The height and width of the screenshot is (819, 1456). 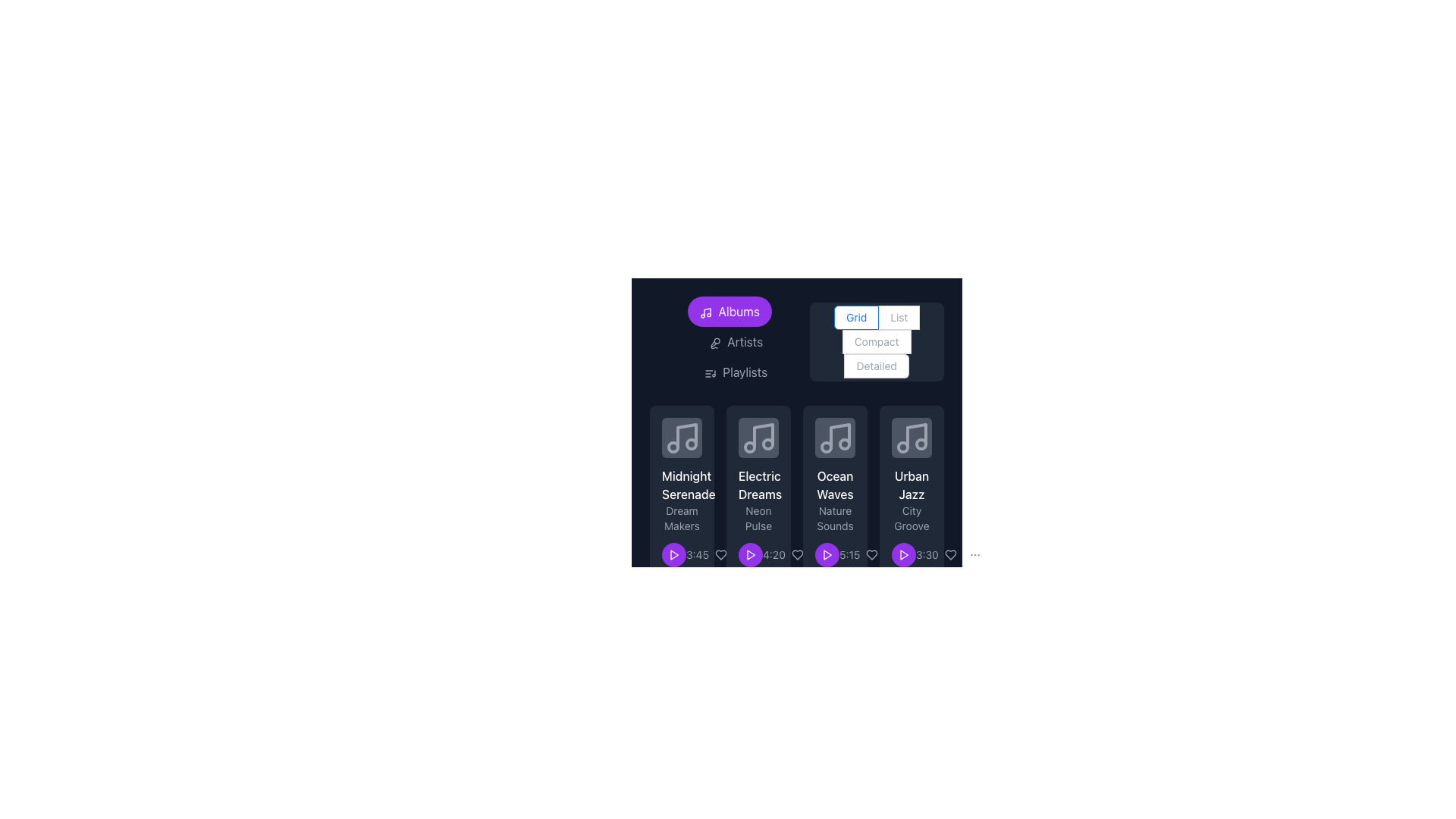 What do you see at coordinates (763, 435) in the screenshot?
I see `the musical notes icon located at the top-center of the 'Electric Dreams' album card` at bounding box center [763, 435].